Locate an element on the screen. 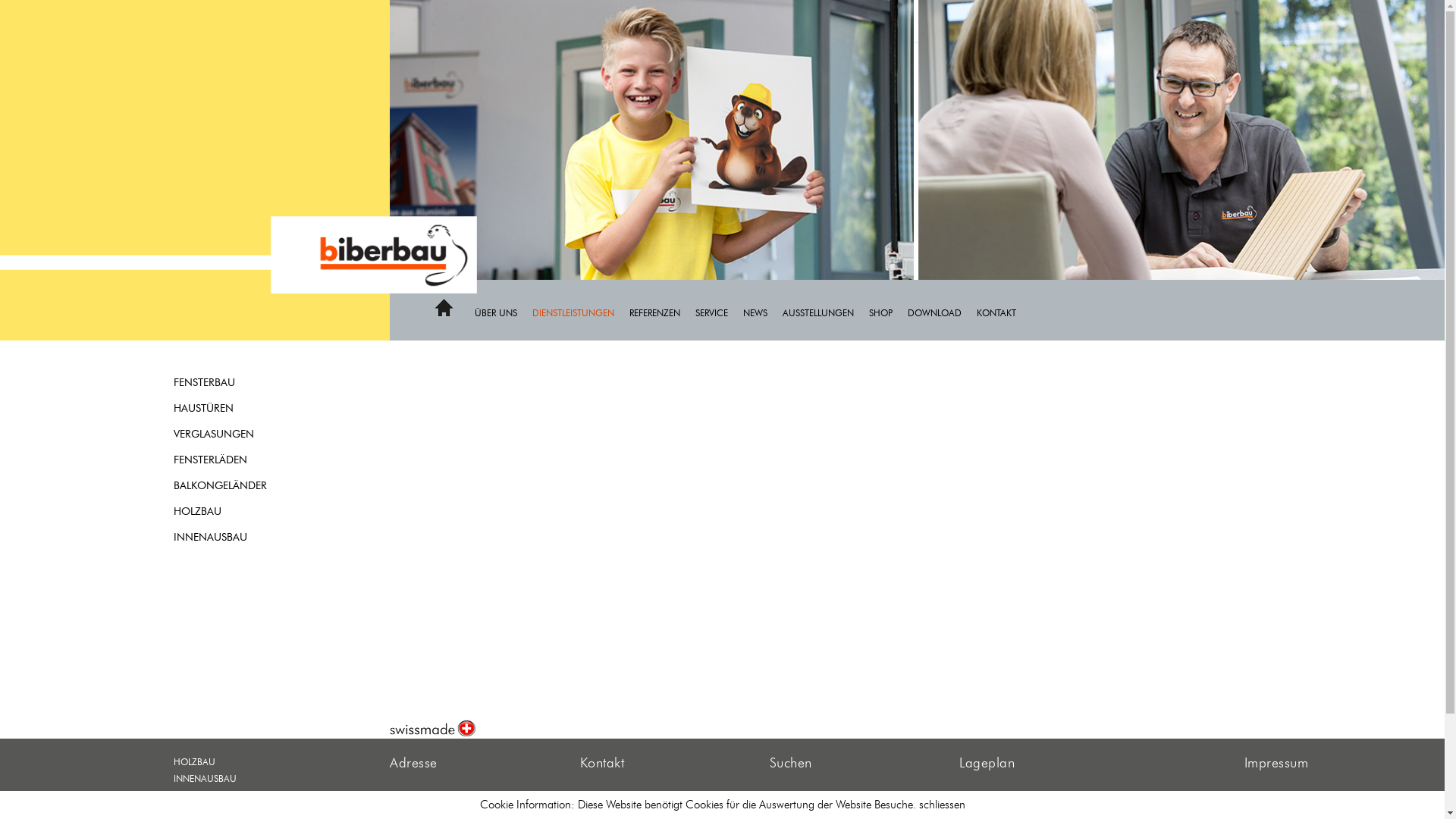 This screenshot has height=819, width=1456. 'FENSTERBAU' is located at coordinates (240, 382).